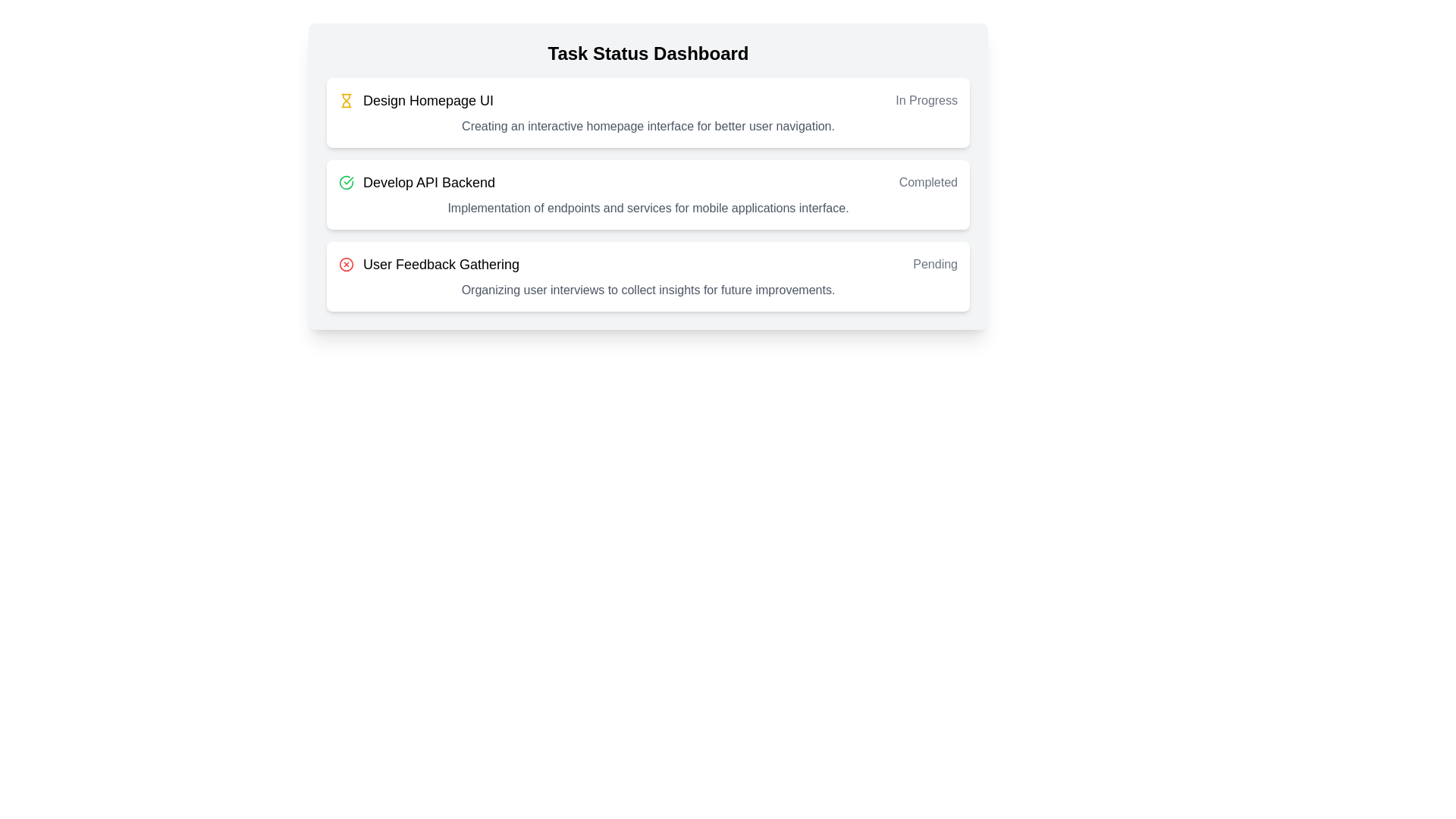 This screenshot has height=819, width=1456. What do you see at coordinates (417, 181) in the screenshot?
I see `the text label 'Develop API Backend', which is styled with a medium font weight and a large font size` at bounding box center [417, 181].